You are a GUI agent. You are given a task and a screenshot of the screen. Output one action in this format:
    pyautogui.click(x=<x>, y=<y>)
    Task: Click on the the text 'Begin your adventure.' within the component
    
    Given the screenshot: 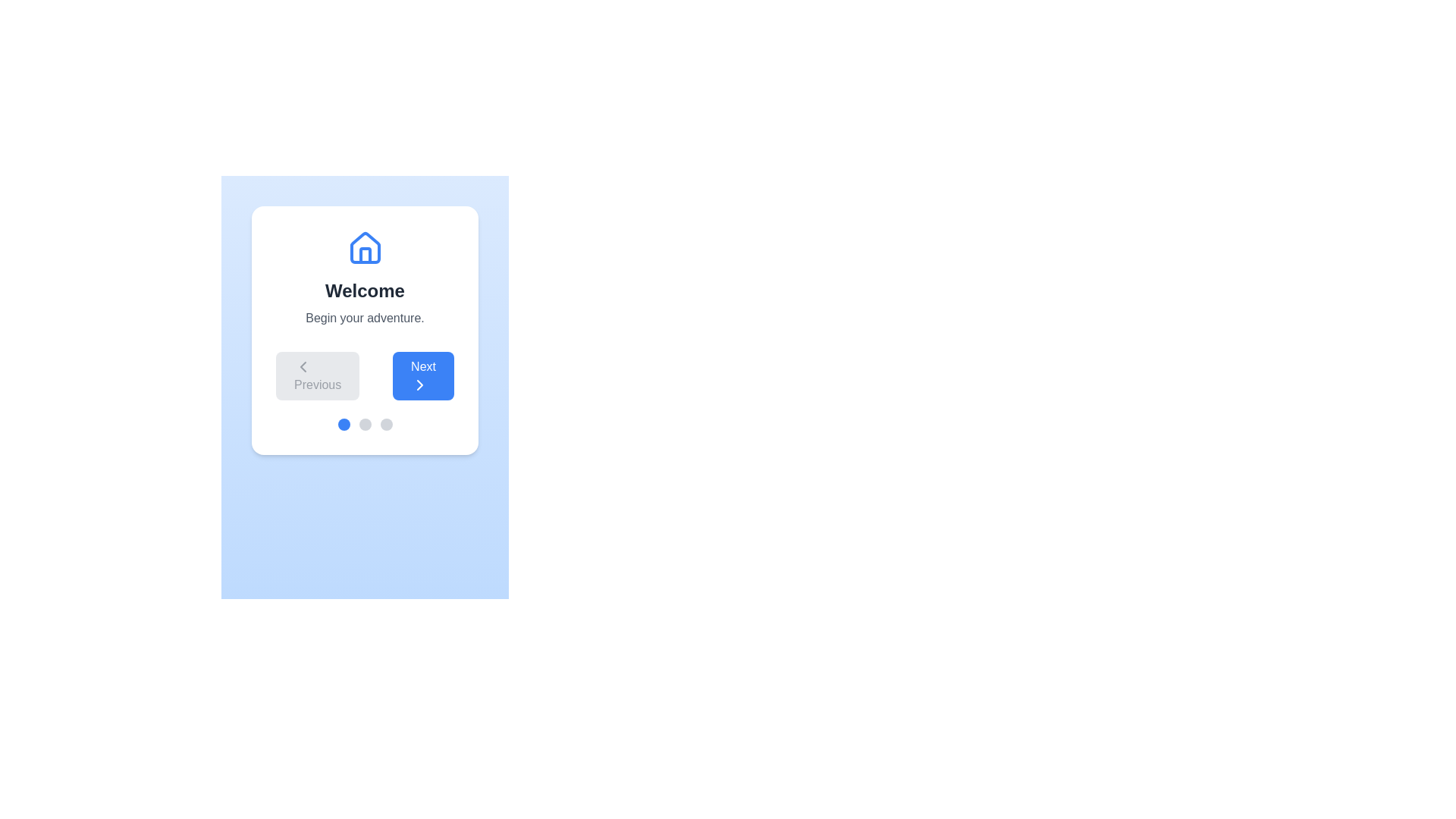 What is the action you would take?
    pyautogui.click(x=365, y=318)
    